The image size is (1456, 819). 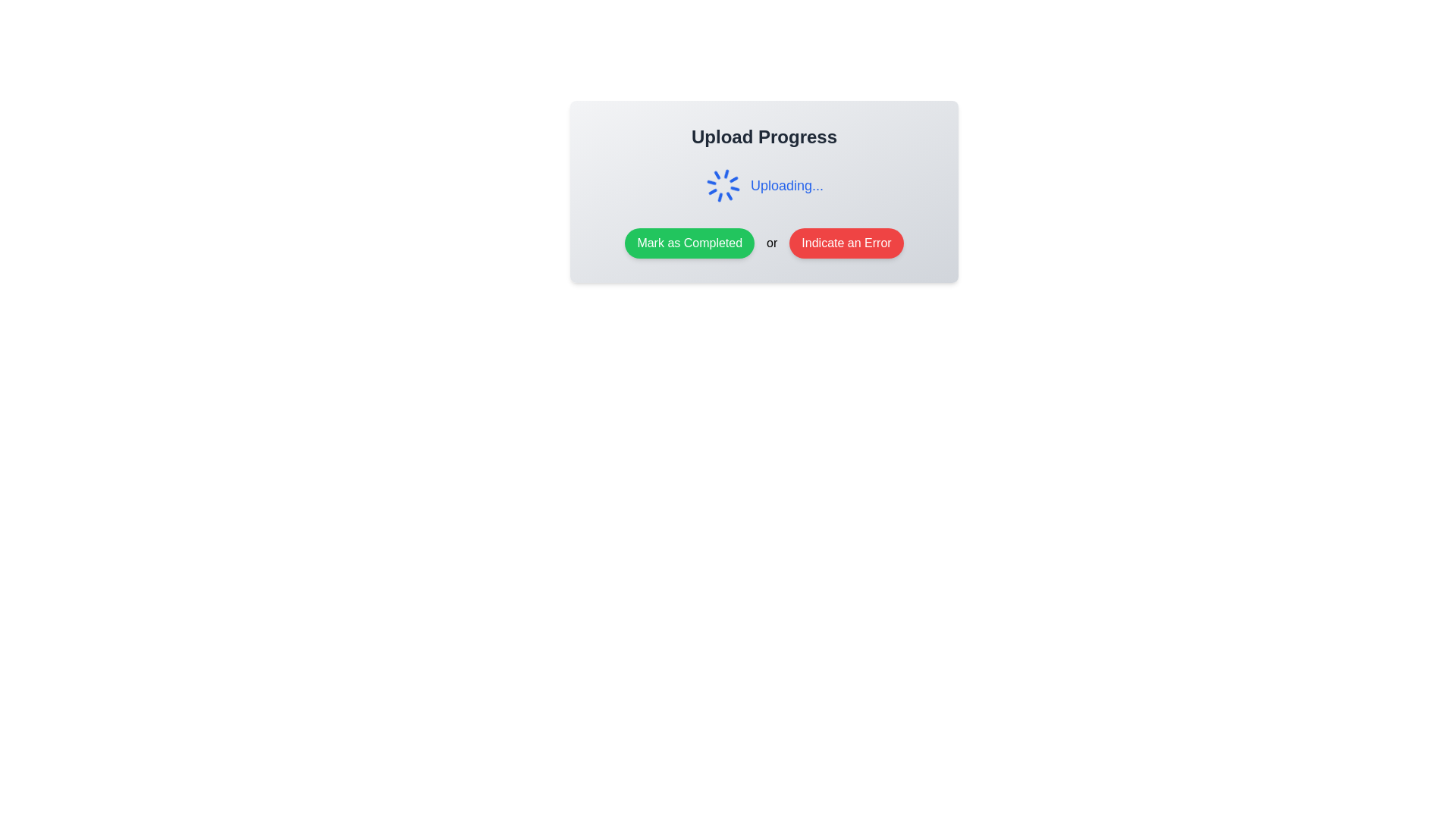 What do you see at coordinates (786, 185) in the screenshot?
I see `the text label displaying 'Uploading...' in bold blue font, located to the right of the rotating loader icon in the 'Upload Progress' modal` at bounding box center [786, 185].